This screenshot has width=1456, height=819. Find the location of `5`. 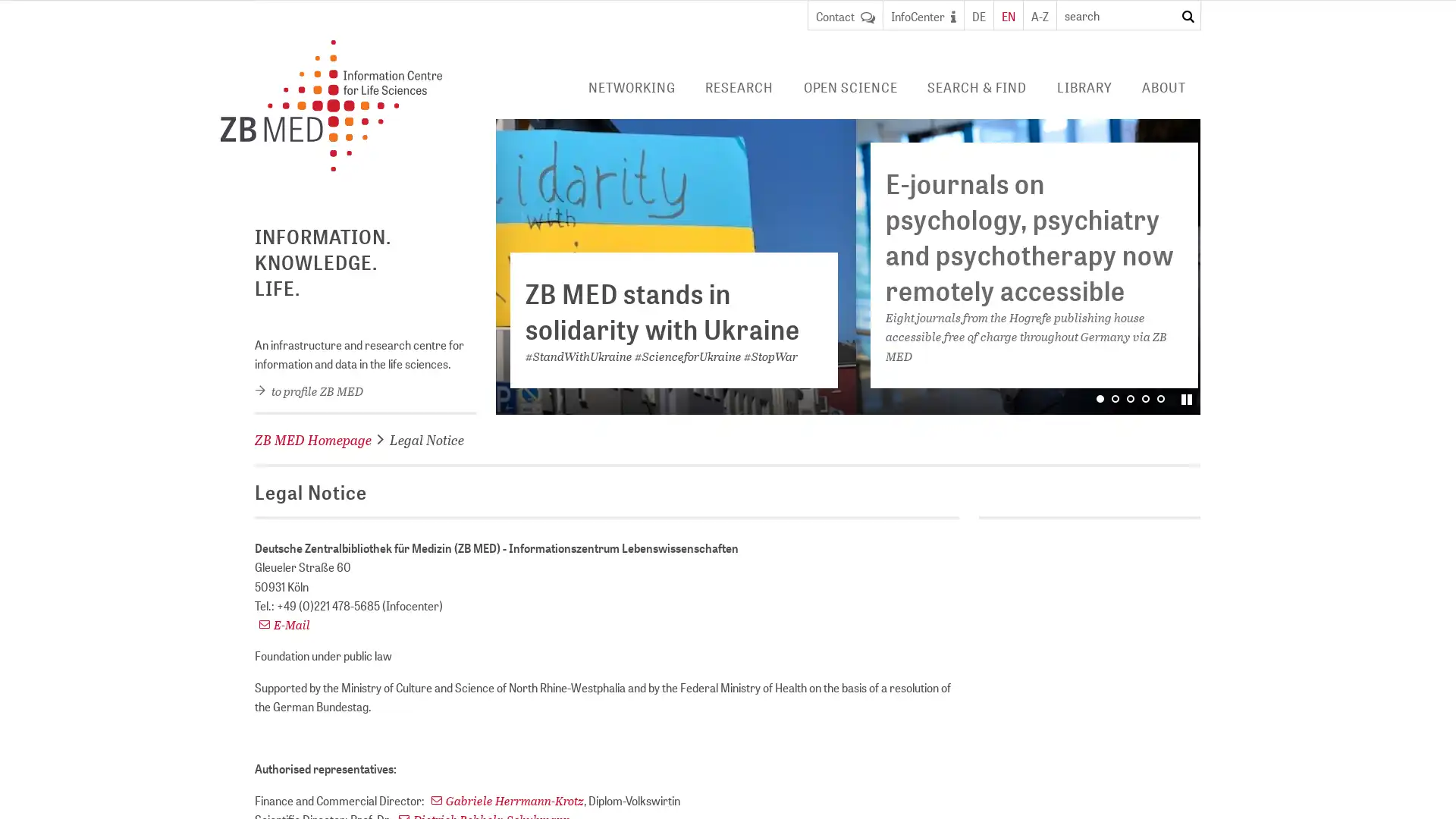

5 is located at coordinates (1160, 397).